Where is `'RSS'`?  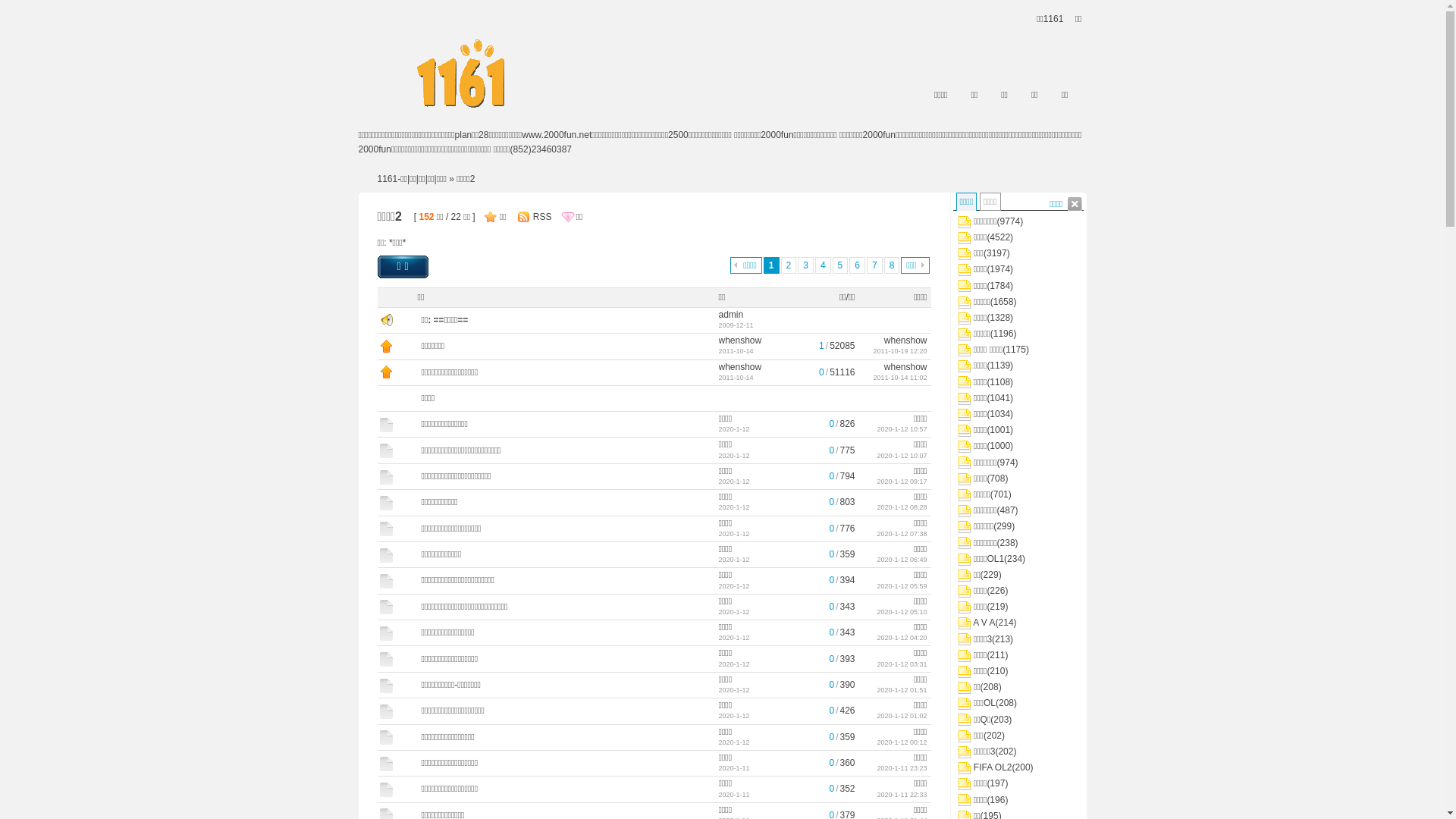
'RSS' is located at coordinates (539, 216).